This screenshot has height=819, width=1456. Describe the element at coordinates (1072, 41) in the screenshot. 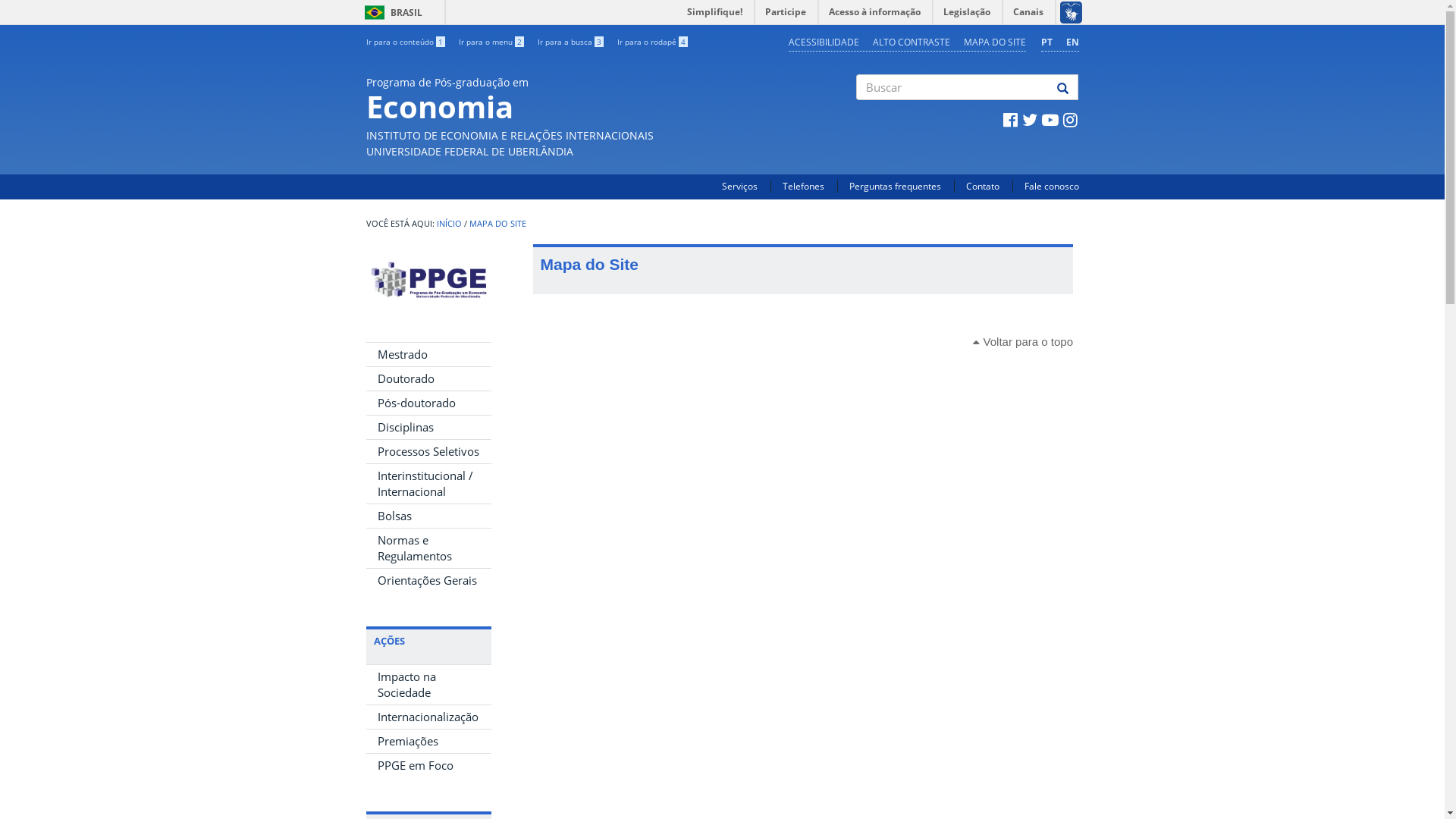

I see `'EN'` at that location.